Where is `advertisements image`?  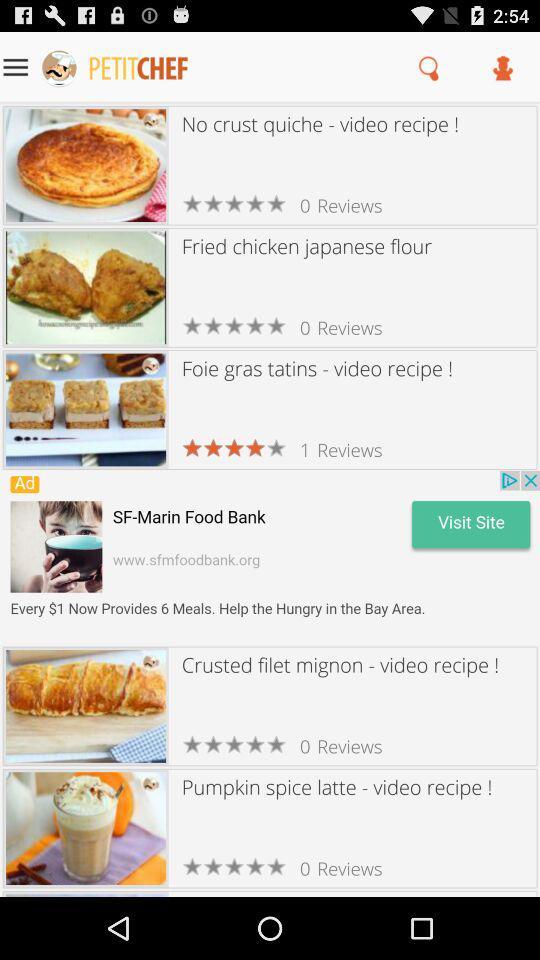
advertisements image is located at coordinates (270, 557).